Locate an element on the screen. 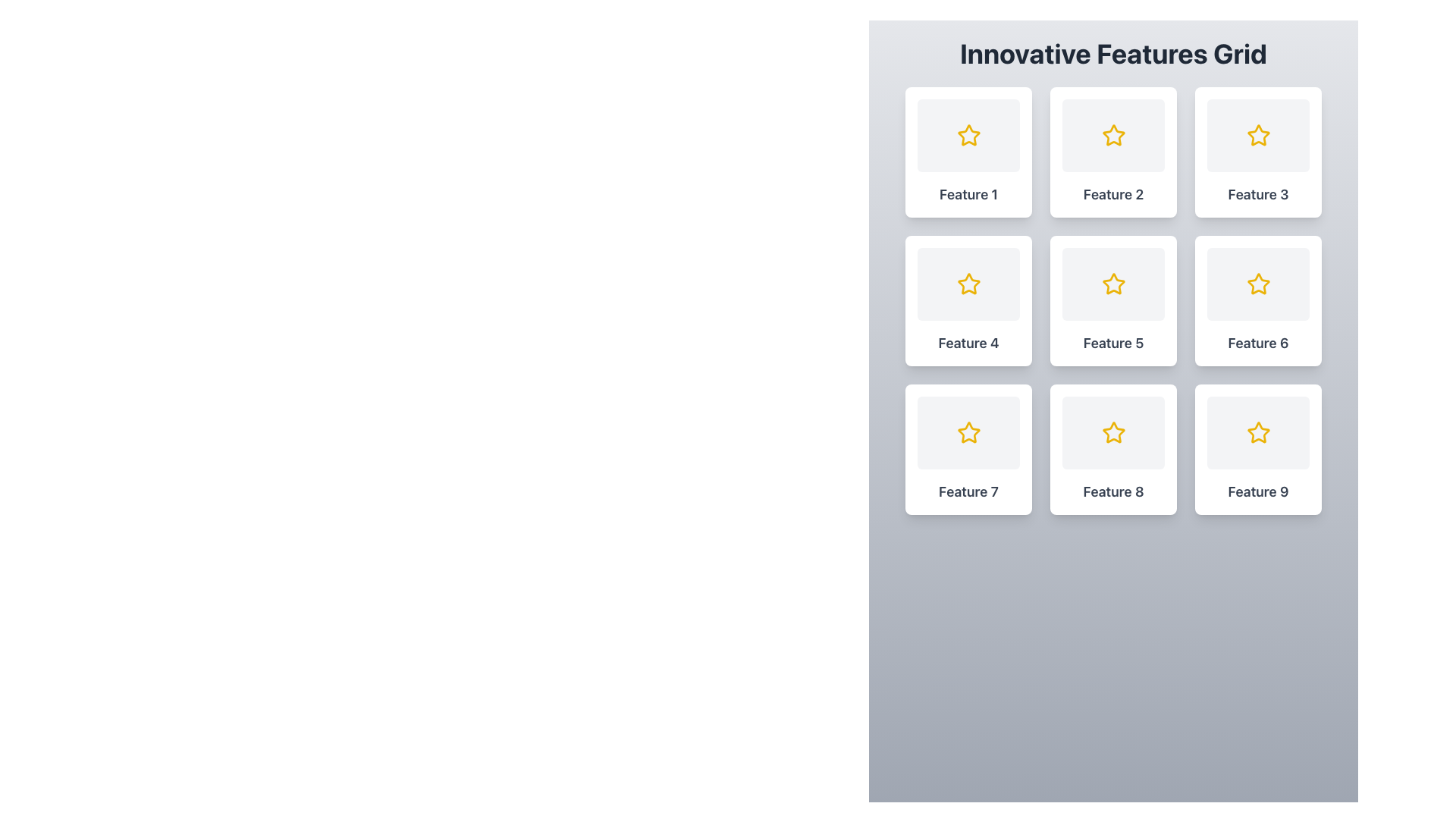 The width and height of the screenshot is (1456, 819). the interactive star icon located on the top-left card labeled 'Feature 1' within the grid of nine cards is located at coordinates (968, 134).